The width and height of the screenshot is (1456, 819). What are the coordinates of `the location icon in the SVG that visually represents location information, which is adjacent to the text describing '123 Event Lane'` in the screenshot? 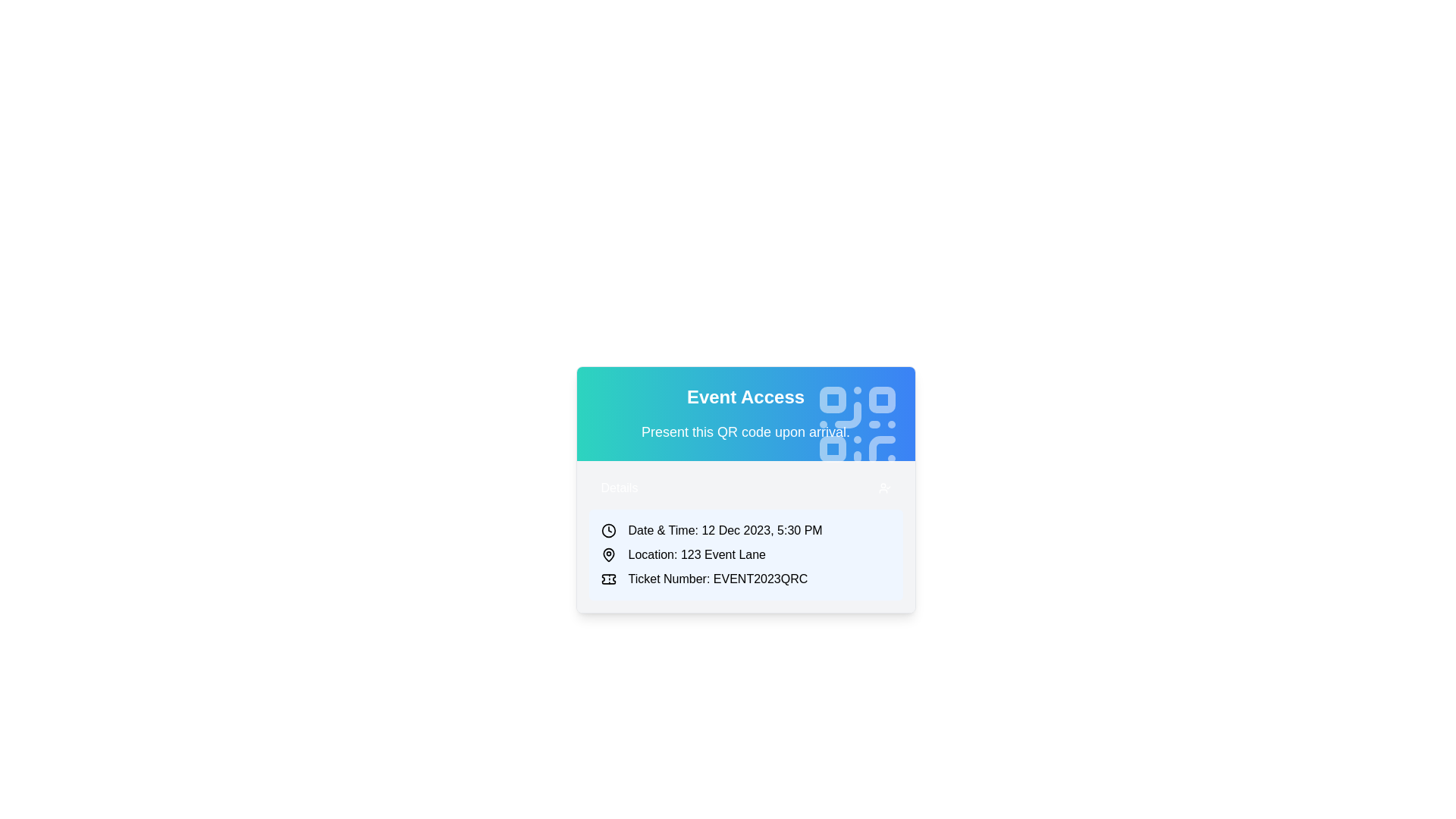 It's located at (608, 555).